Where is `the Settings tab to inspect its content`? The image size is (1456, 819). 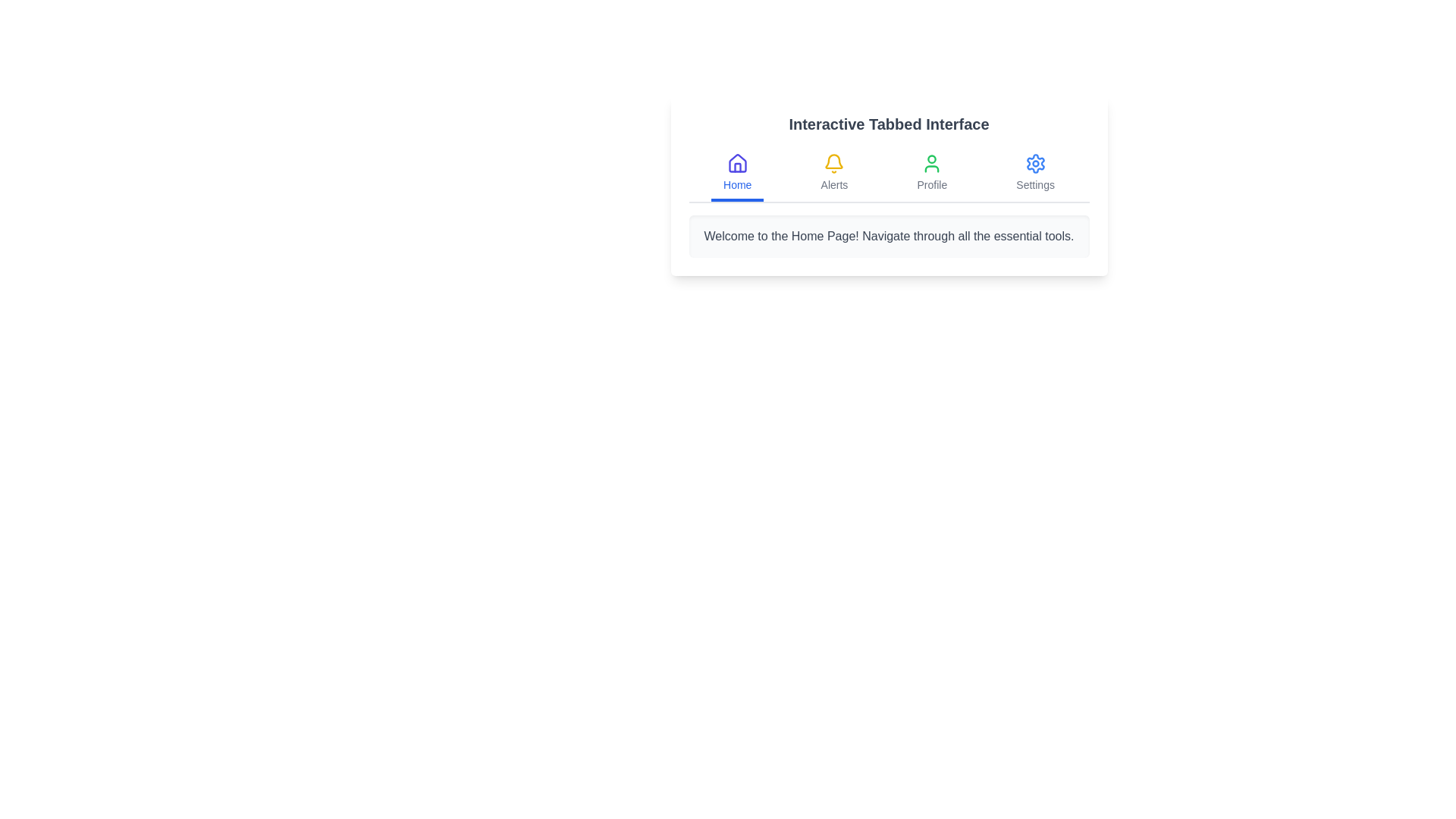 the Settings tab to inspect its content is located at coordinates (1034, 174).